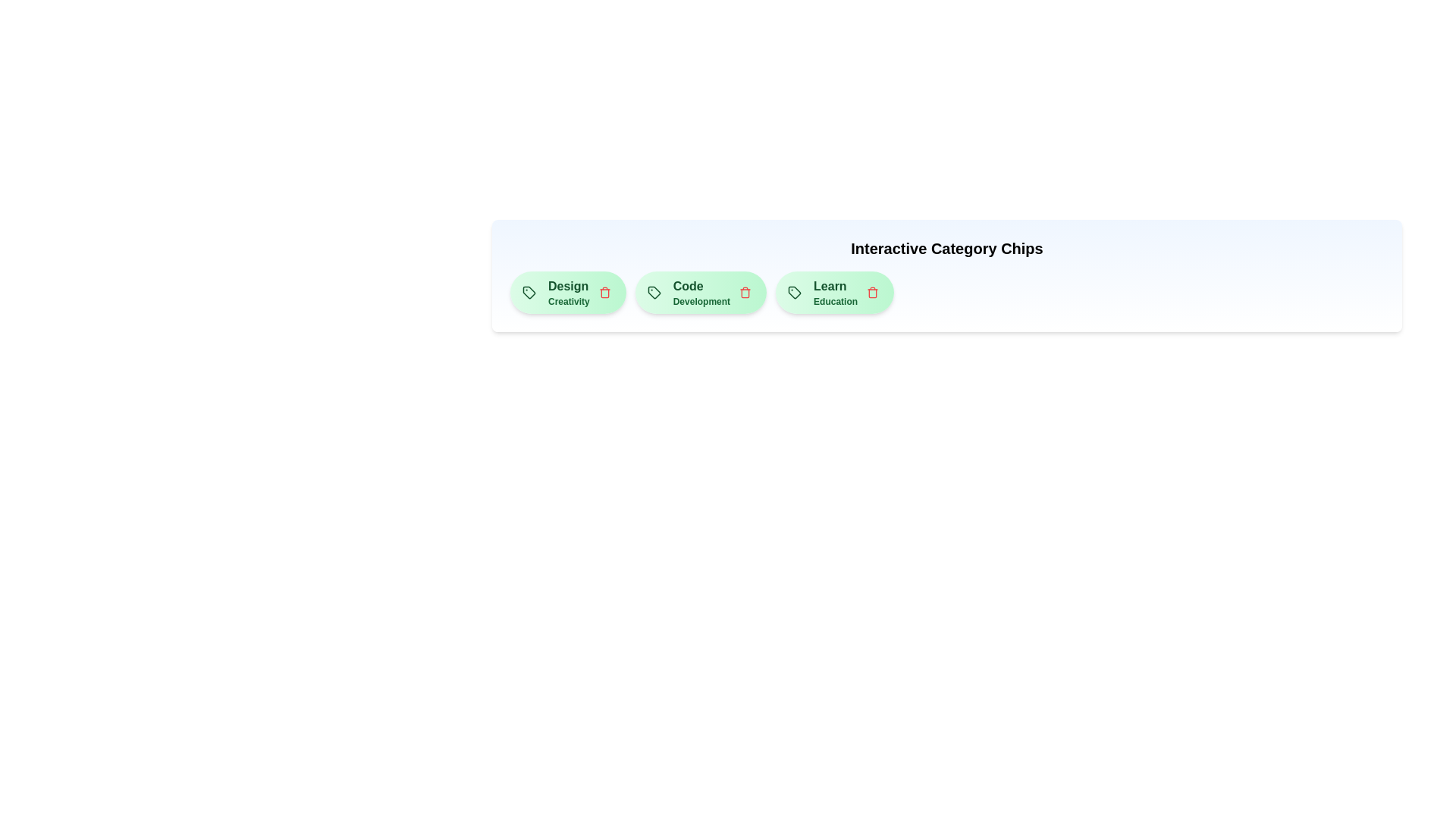 The image size is (1456, 819). What do you see at coordinates (745, 292) in the screenshot?
I see `trash icon of the chip labeled Code to remove it` at bounding box center [745, 292].